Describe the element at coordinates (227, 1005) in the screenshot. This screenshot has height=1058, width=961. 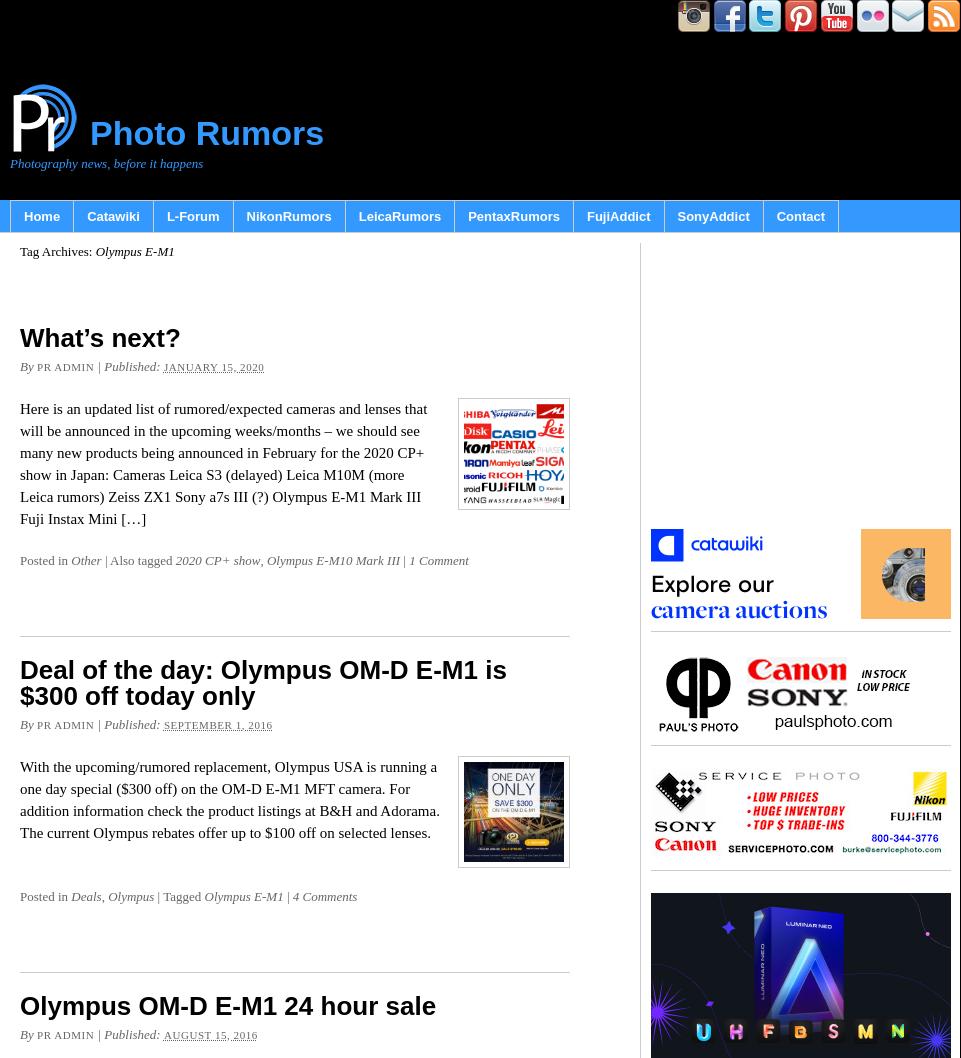
I see `'Olympus OM-D E-M1 24 hour sale'` at that location.